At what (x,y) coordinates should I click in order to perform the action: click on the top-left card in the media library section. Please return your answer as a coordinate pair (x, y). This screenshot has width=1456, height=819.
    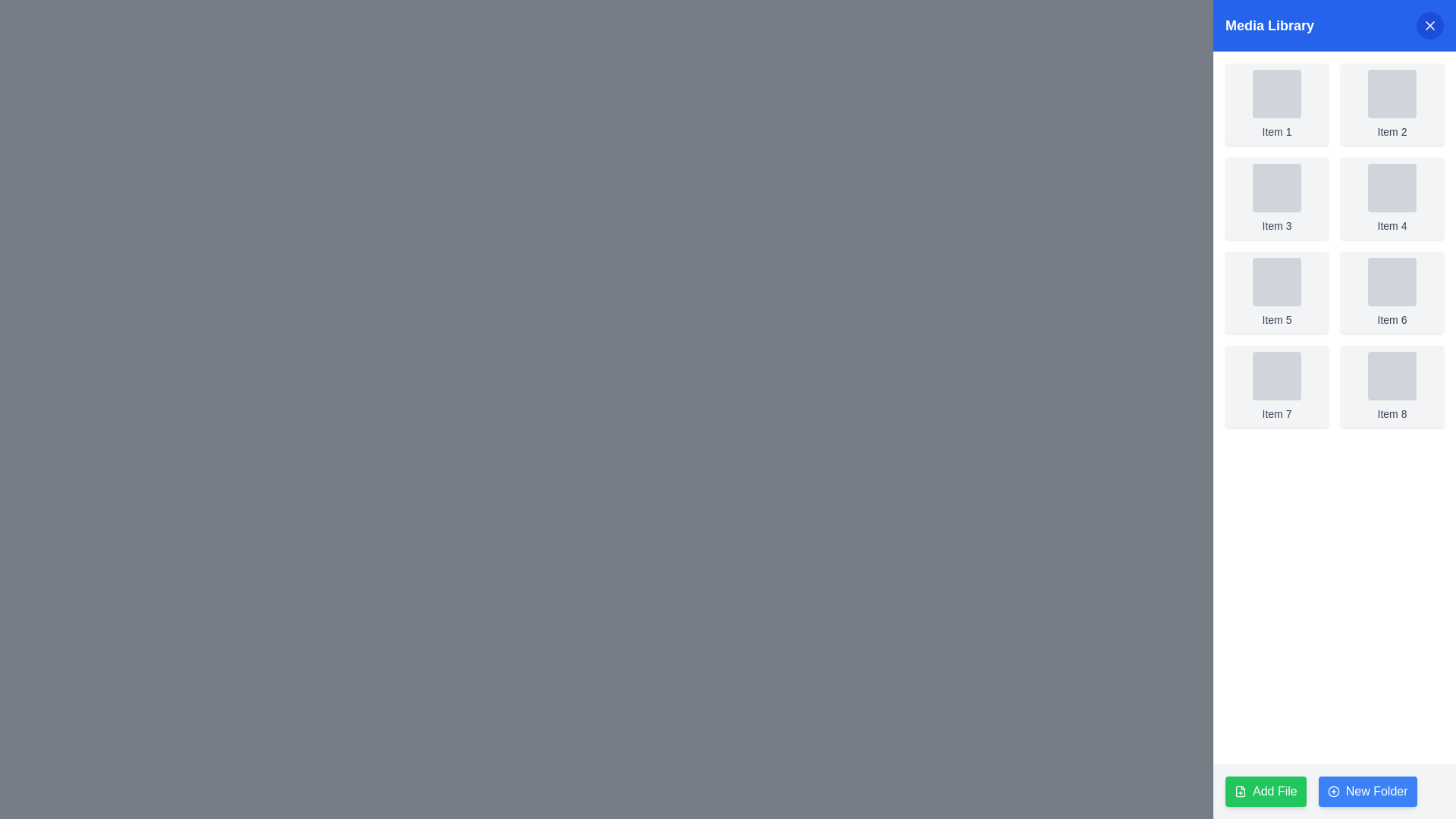
    Looking at the image, I should click on (1276, 104).